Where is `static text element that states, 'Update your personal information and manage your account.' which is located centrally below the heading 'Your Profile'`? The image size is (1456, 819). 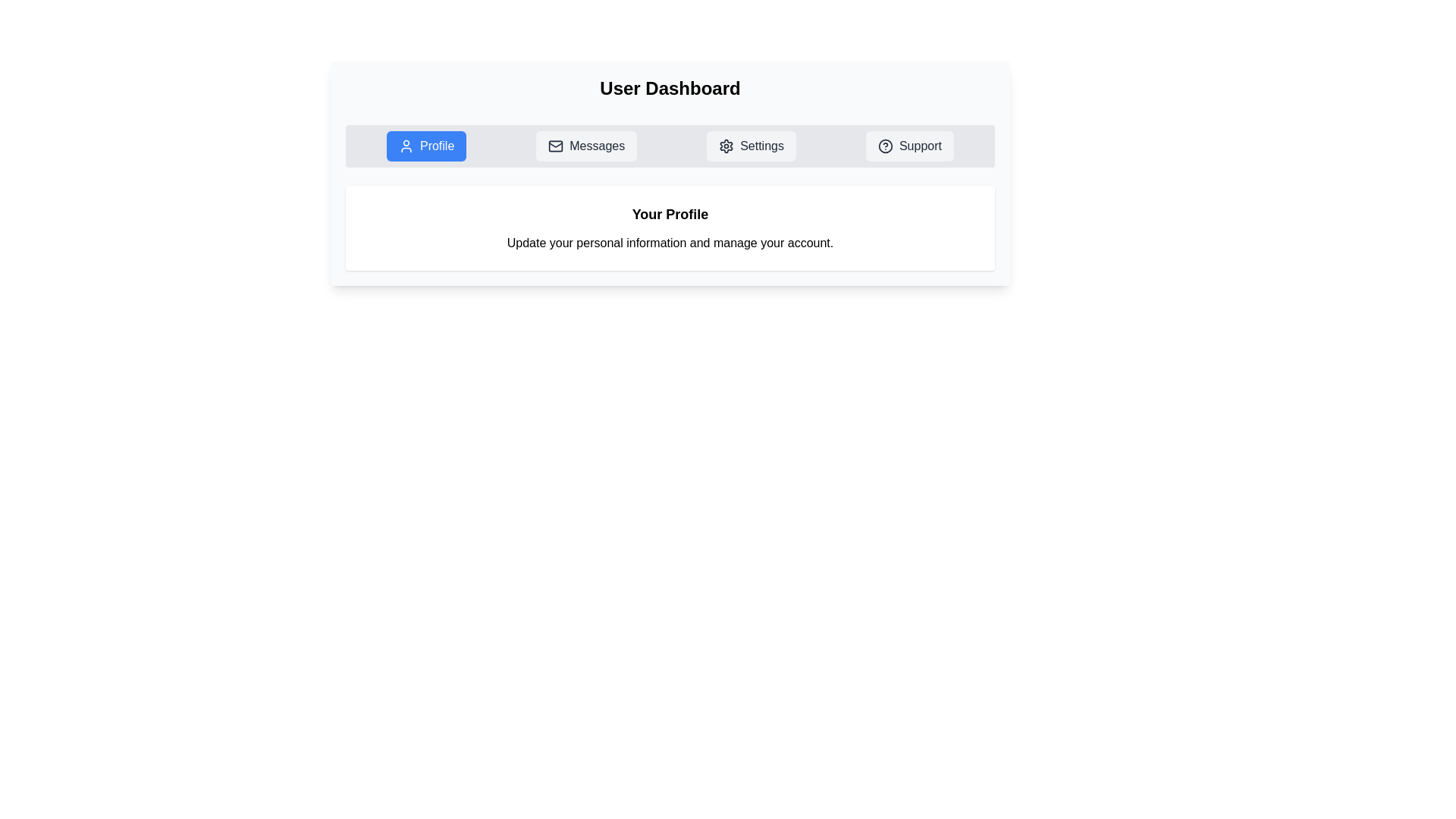
static text element that states, 'Update your personal information and manage your account.' which is located centrally below the heading 'Your Profile' is located at coordinates (669, 242).